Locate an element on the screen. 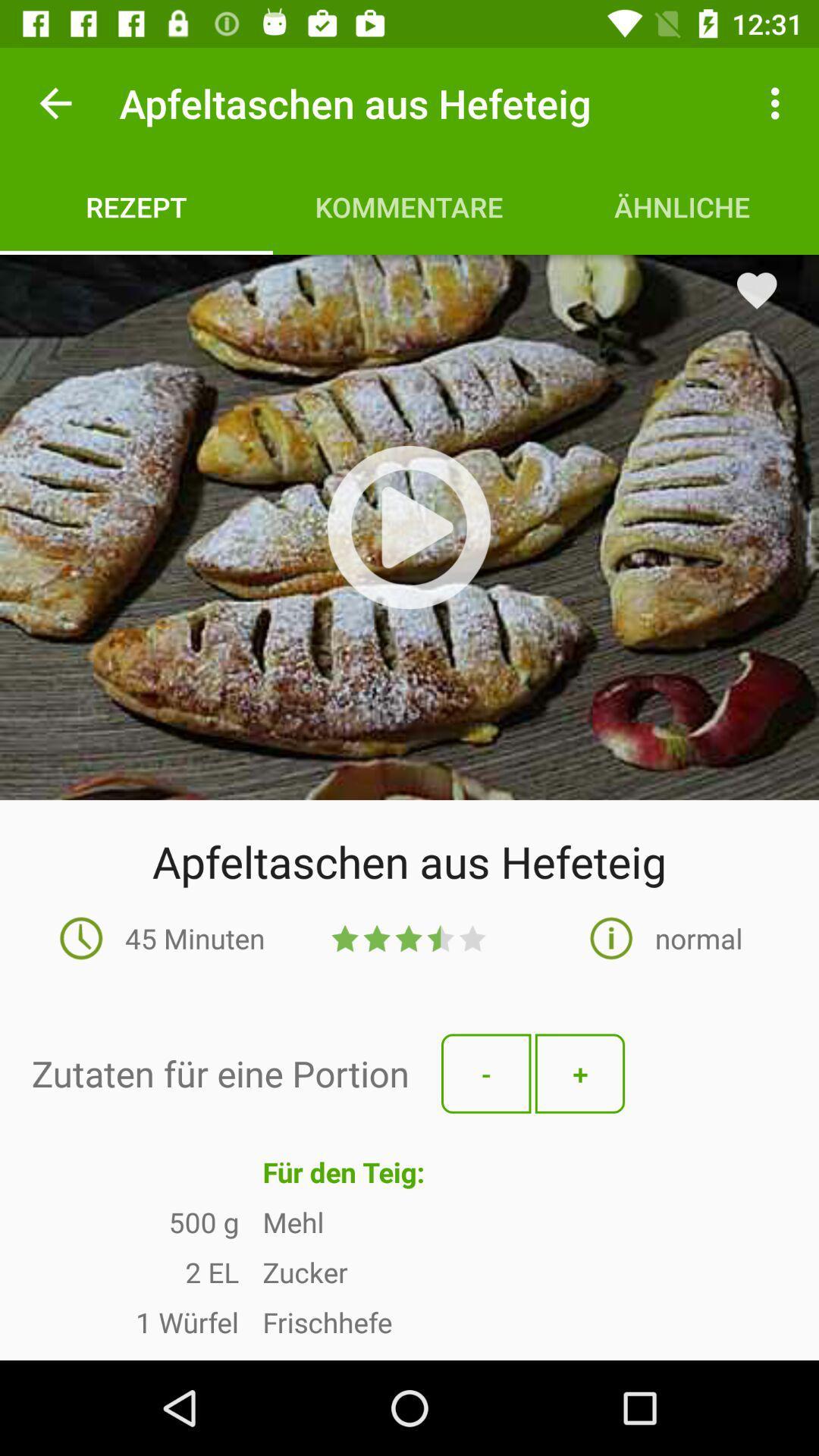 The width and height of the screenshot is (819, 1456). the favorite icon is located at coordinates (757, 290).